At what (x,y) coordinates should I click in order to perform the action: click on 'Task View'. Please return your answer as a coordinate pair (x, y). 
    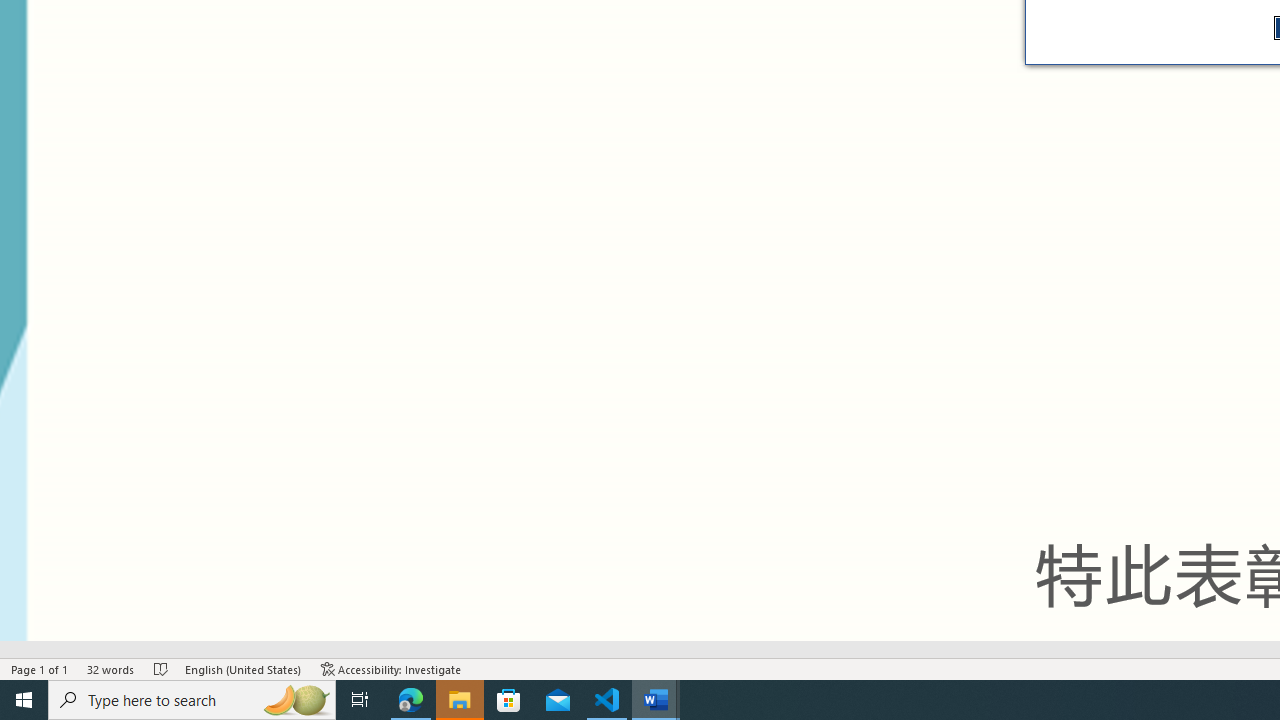
    Looking at the image, I should click on (359, 698).